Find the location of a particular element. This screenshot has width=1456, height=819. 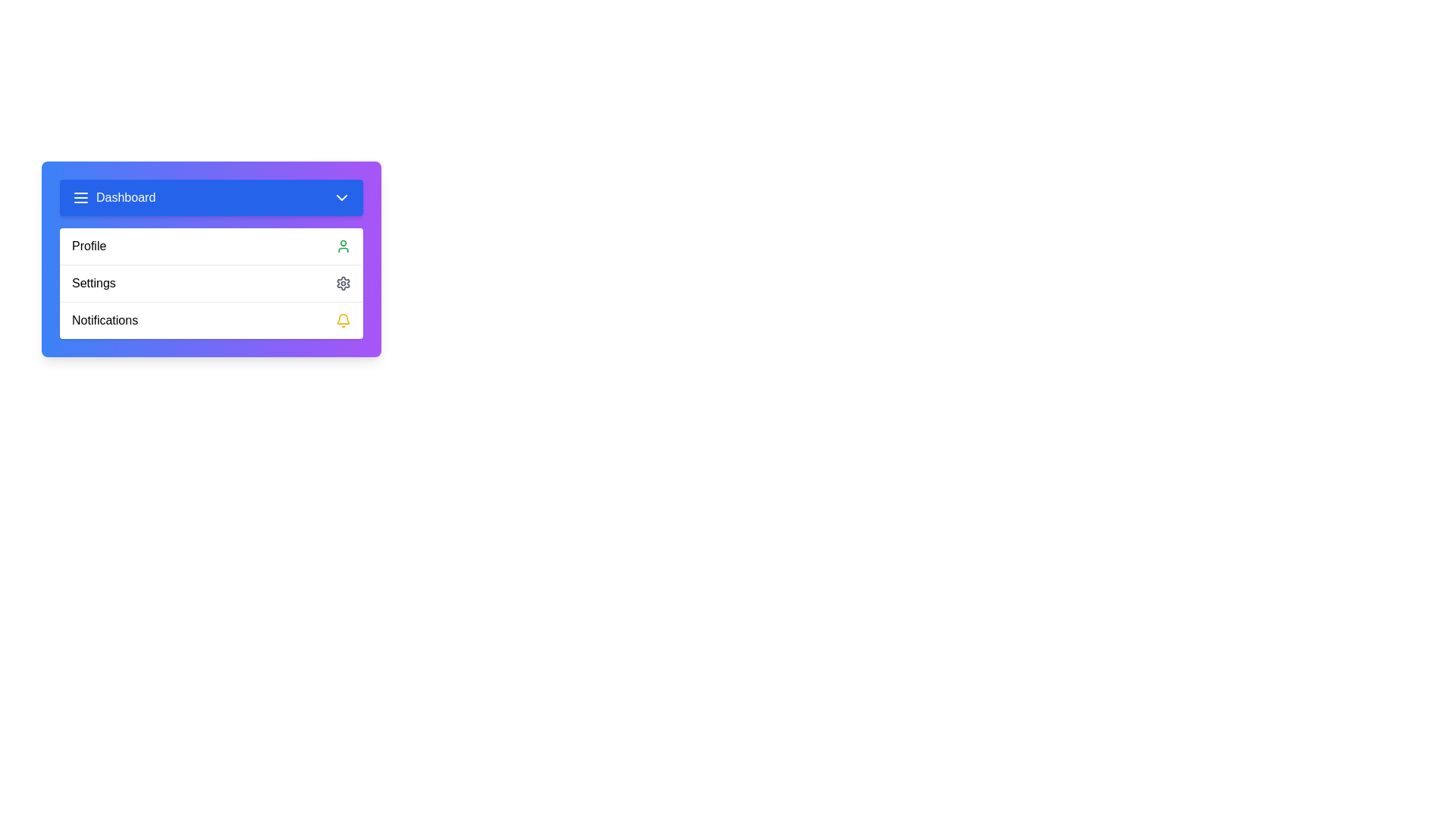

the menu item Settings is located at coordinates (210, 283).